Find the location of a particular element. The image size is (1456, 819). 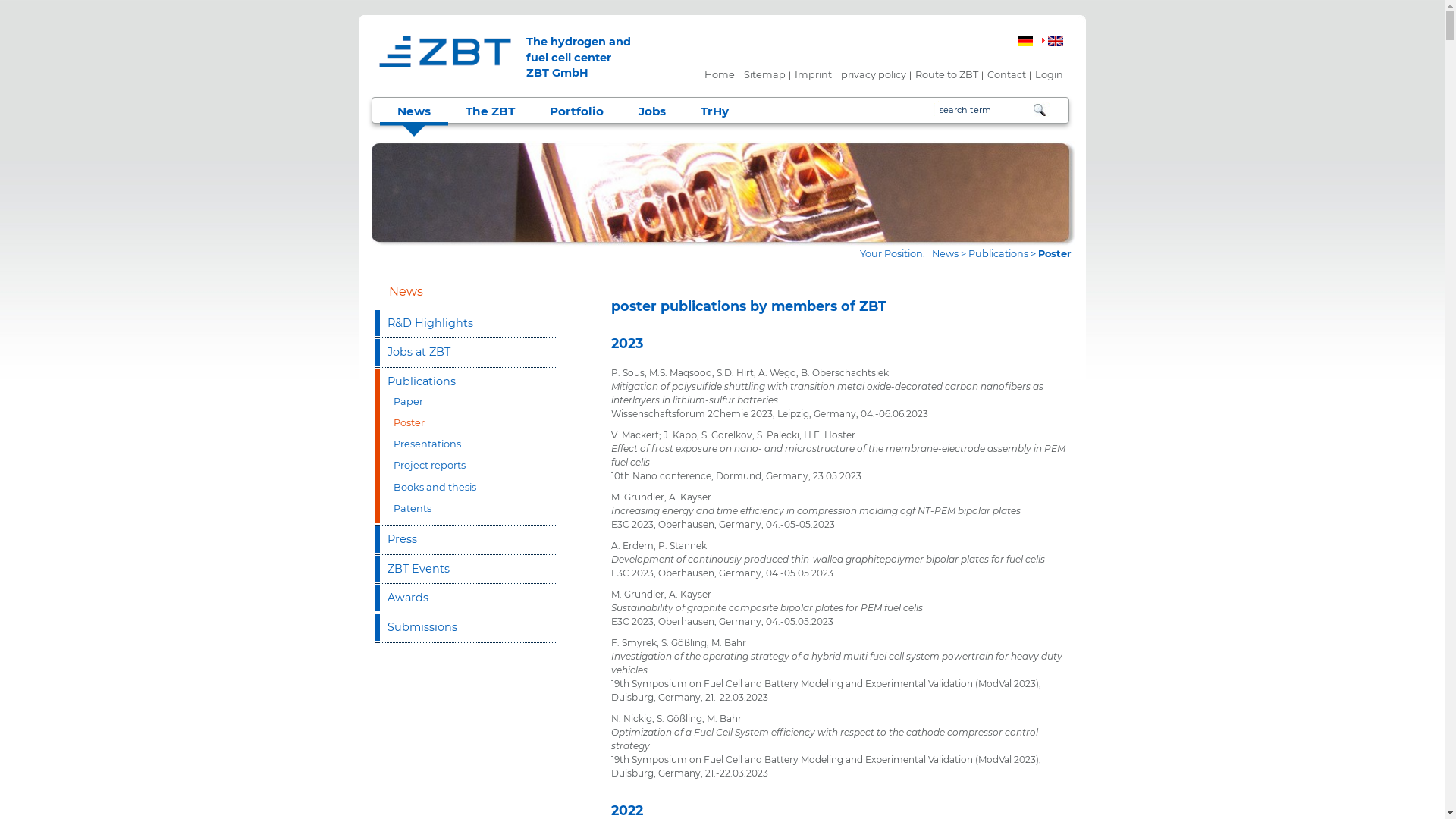

'The ZBT' is located at coordinates (490, 110).